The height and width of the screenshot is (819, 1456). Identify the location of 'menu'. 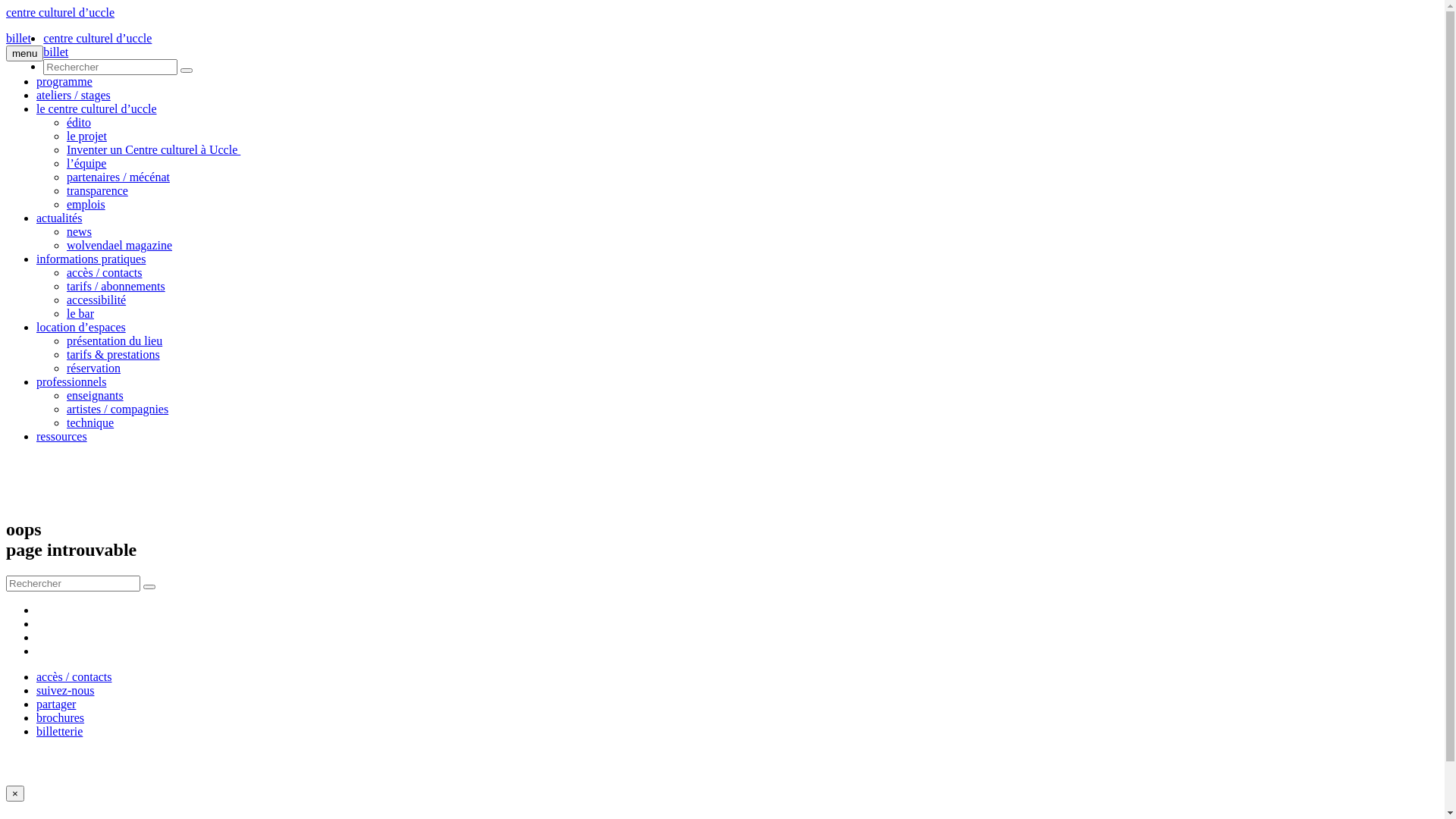
(6, 52).